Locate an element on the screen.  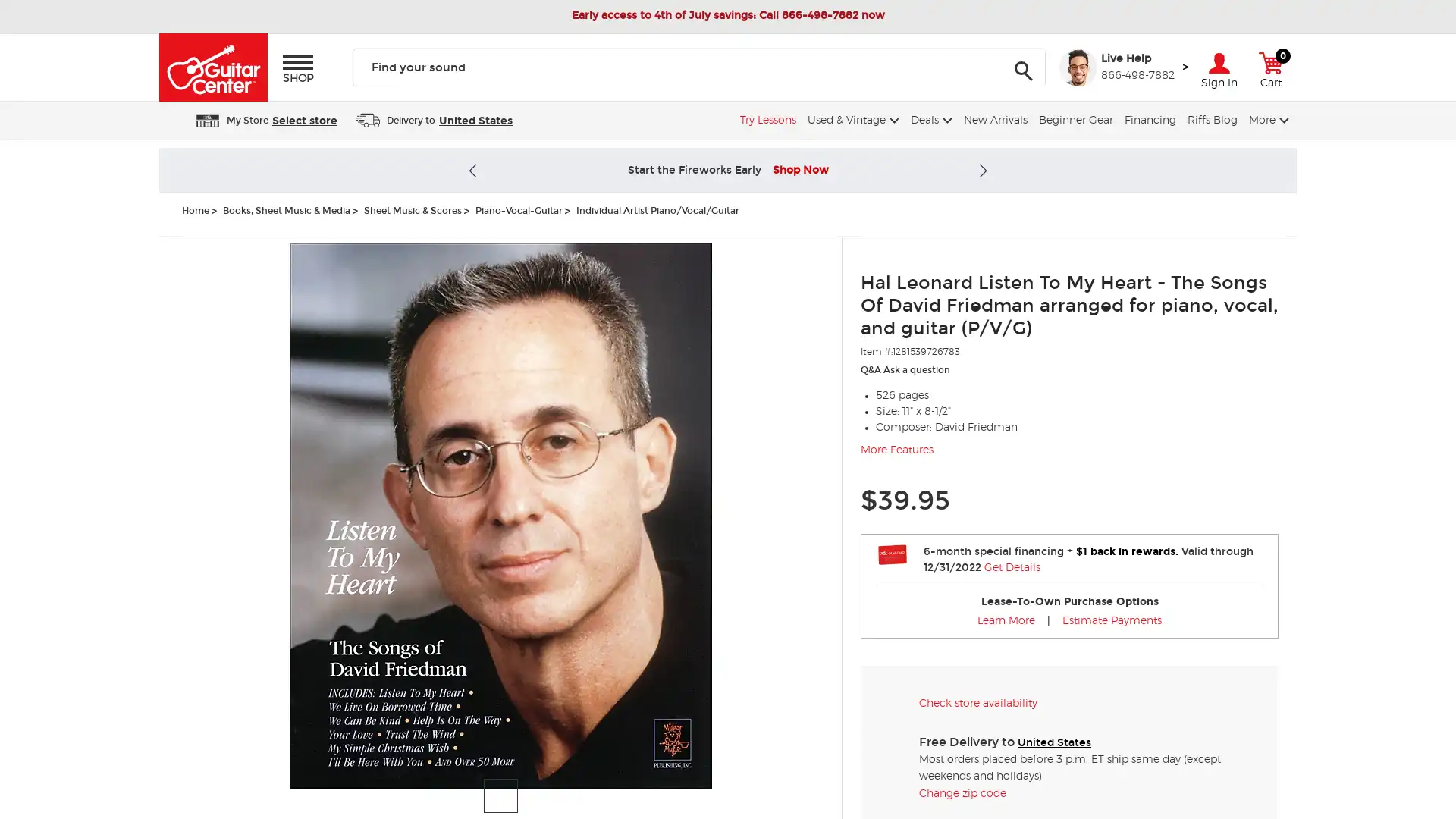
Beginner Gear is located at coordinates (1073, 119).